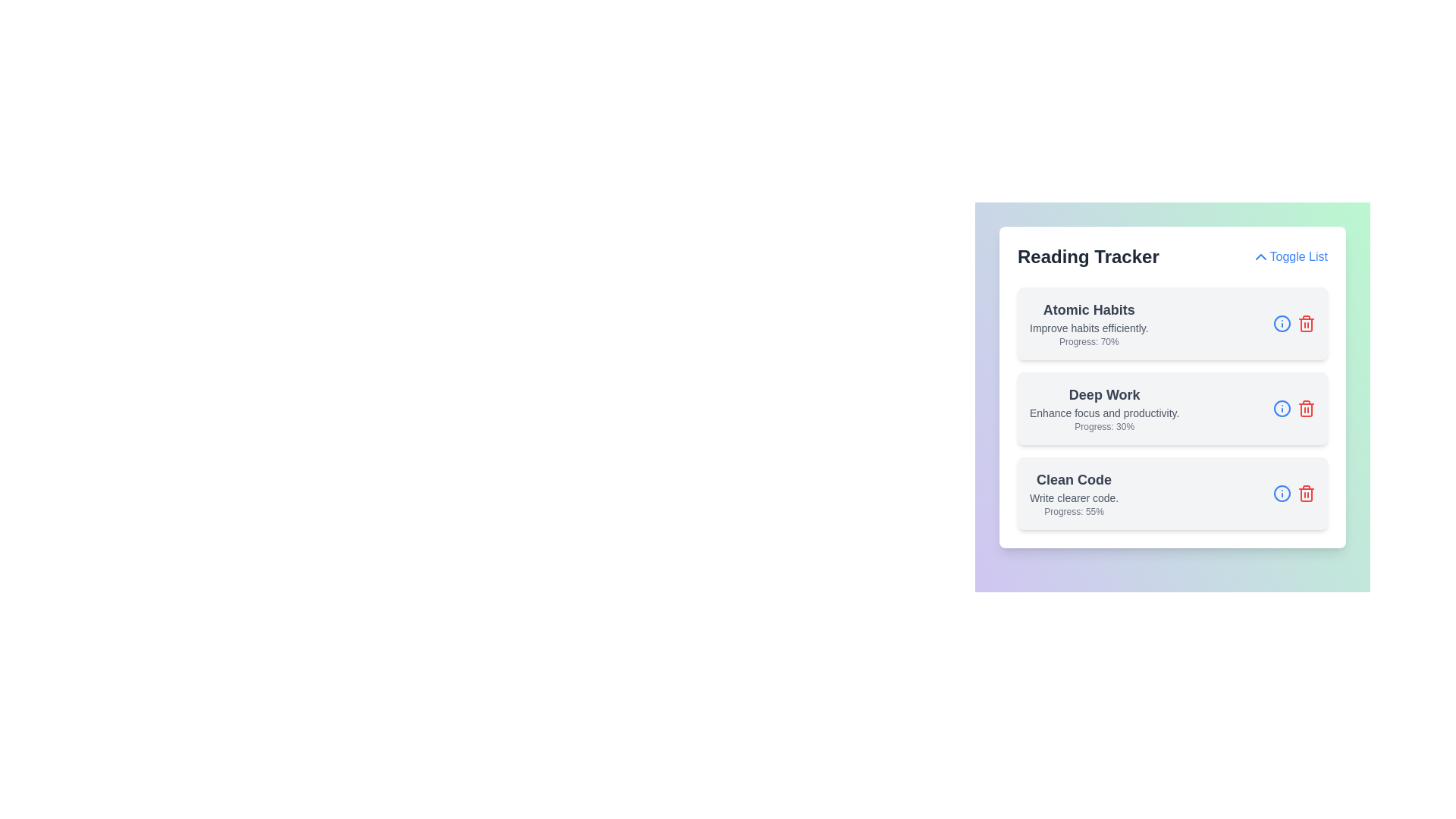 The width and height of the screenshot is (1456, 819). Describe the element at coordinates (1088, 323) in the screenshot. I see `the multi-line text component displaying 'Atomic Habits' with the subtitle 'Improve habits efficiently.' and progress indicator 'Progress: 70%' in the reading tracker interface` at that location.